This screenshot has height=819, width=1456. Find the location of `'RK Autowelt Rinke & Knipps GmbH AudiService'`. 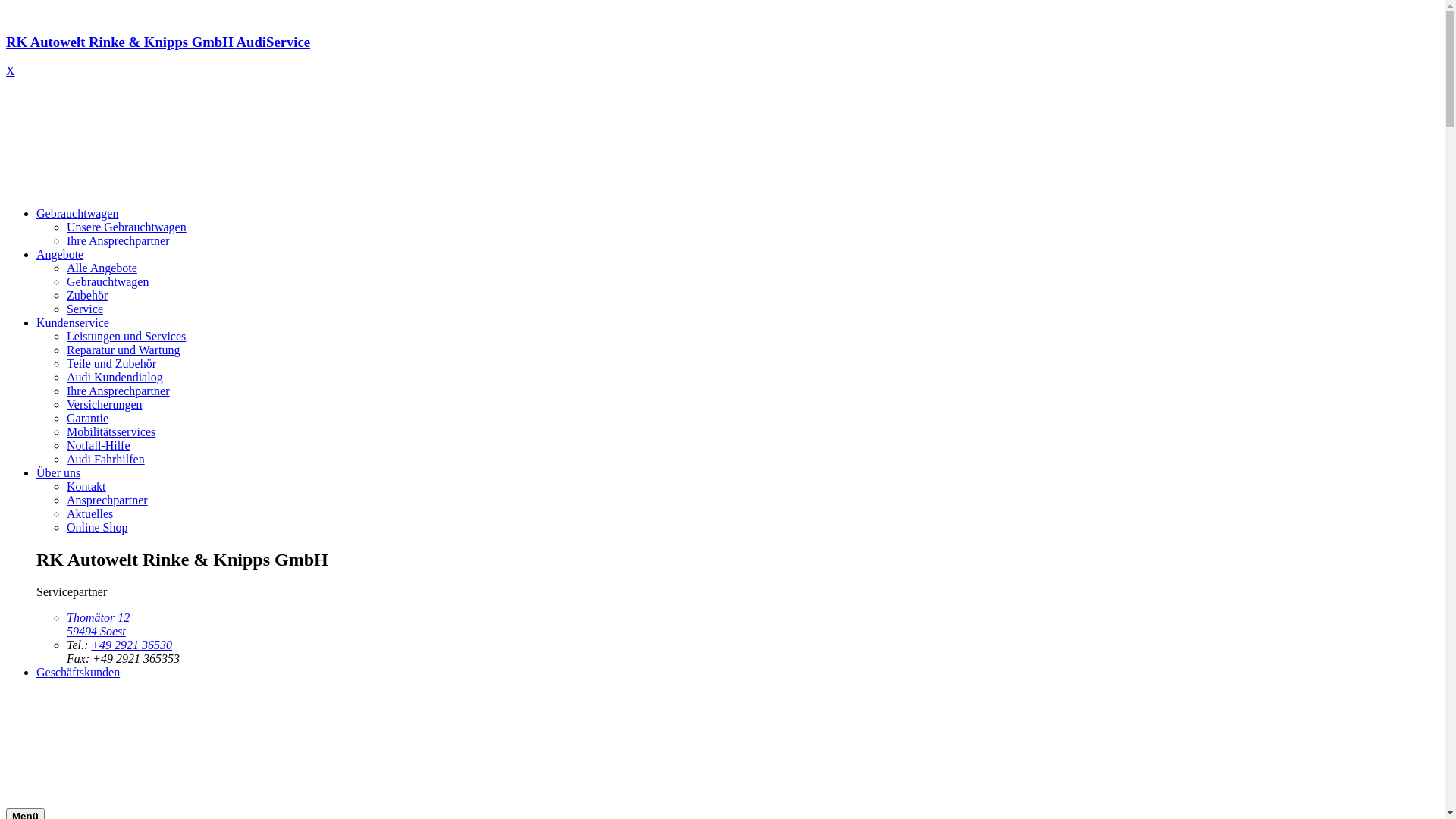

'RK Autowelt Rinke & Knipps GmbH AudiService' is located at coordinates (721, 55).